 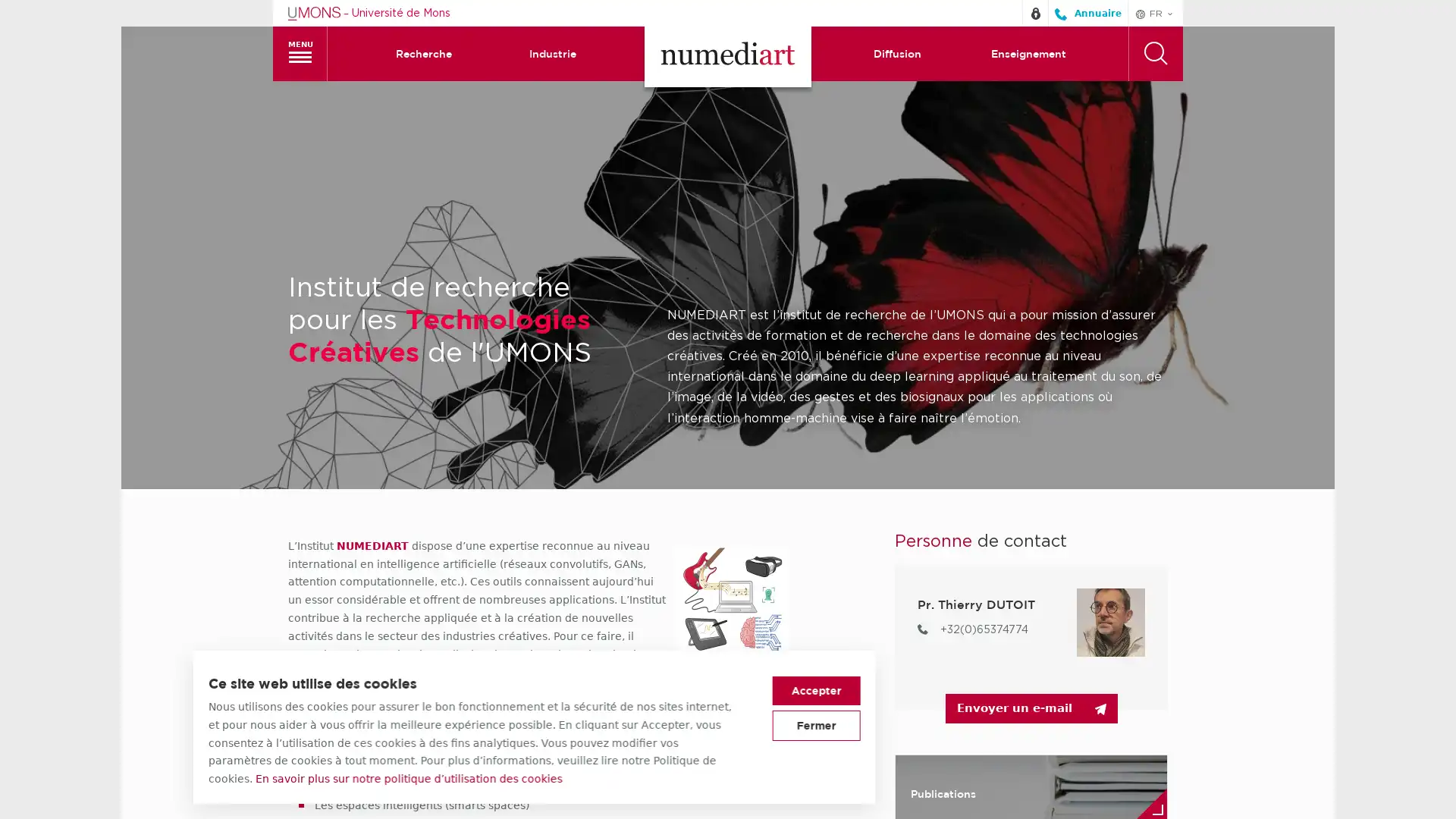 What do you see at coordinates (1154, 12) in the screenshot?
I see `FR` at bounding box center [1154, 12].